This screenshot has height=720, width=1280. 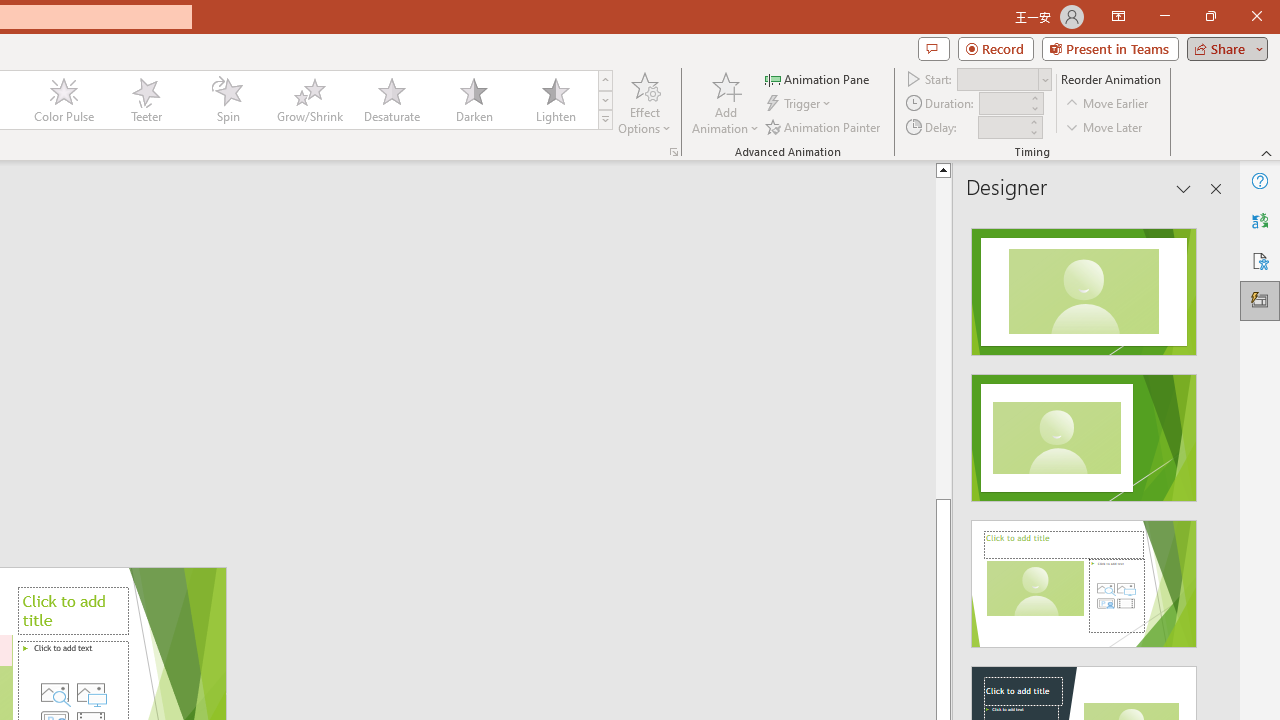 What do you see at coordinates (227, 100) in the screenshot?
I see `'Spin'` at bounding box center [227, 100].